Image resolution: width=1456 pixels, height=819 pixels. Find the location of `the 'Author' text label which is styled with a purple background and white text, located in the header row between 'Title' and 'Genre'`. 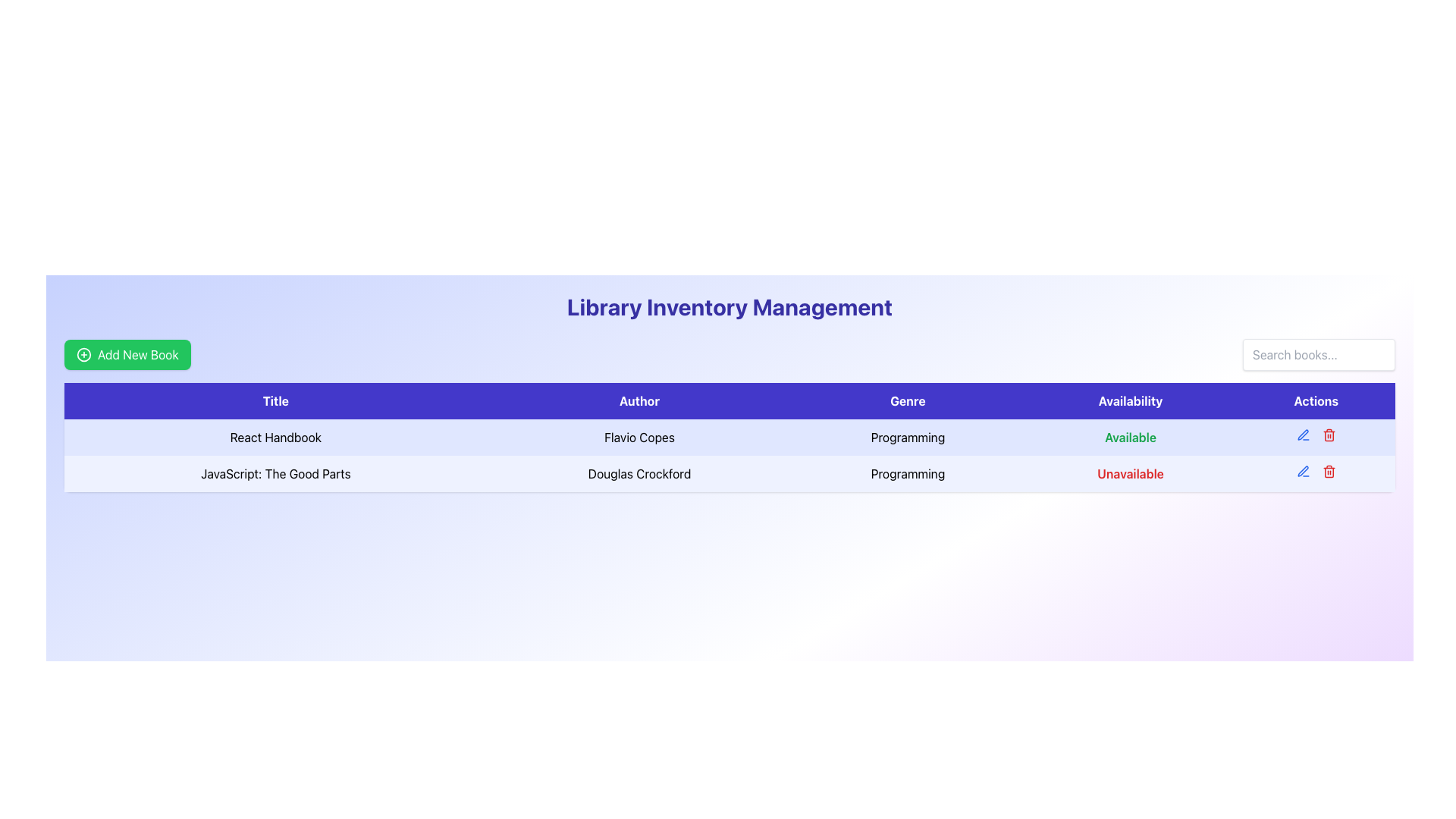

the 'Author' text label which is styled with a purple background and white text, located in the header row between 'Title' and 'Genre' is located at coordinates (639, 400).